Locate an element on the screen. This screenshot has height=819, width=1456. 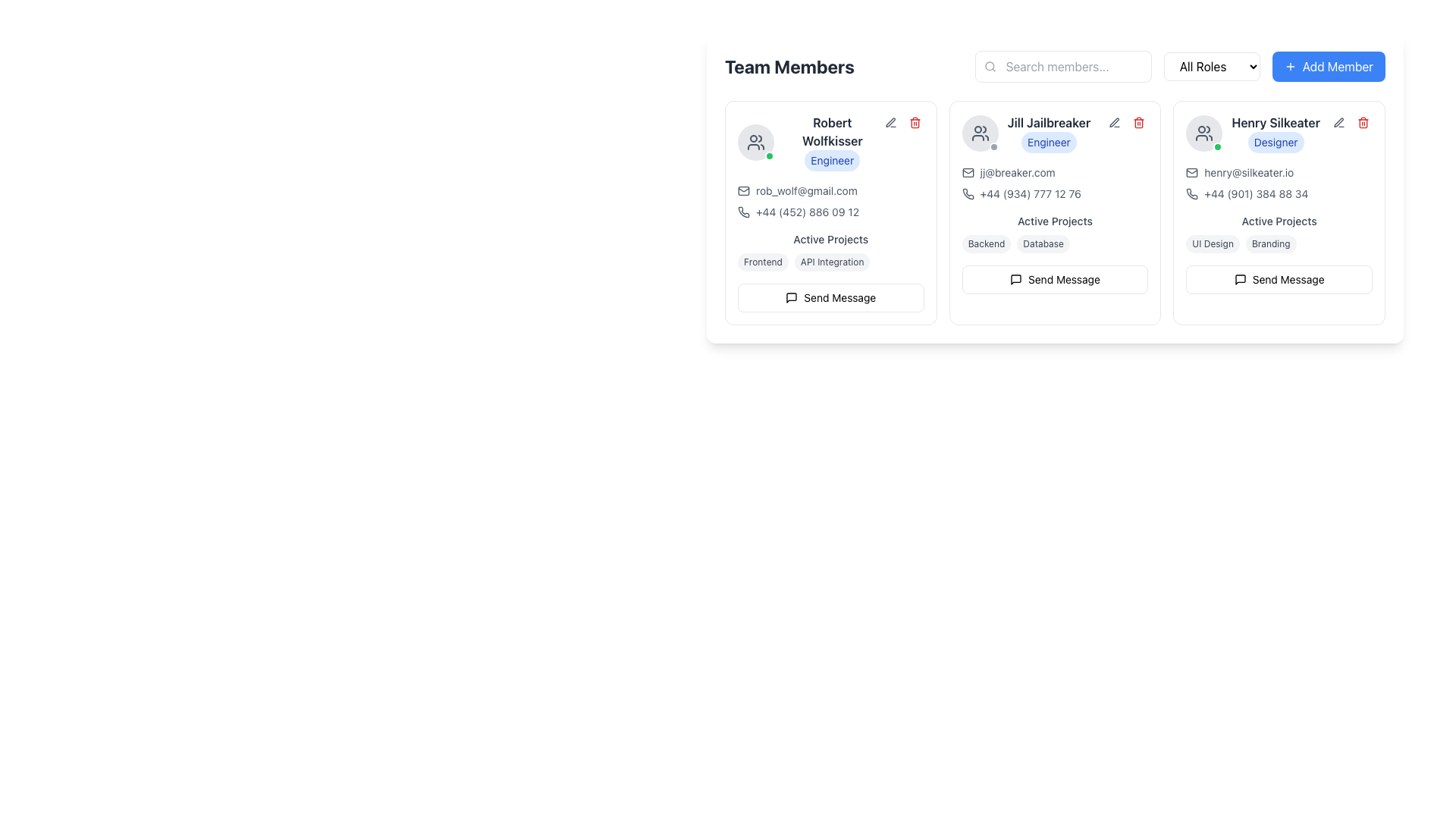
the Text Block with Badge displaying 'Henry Silkeater' and the badge labeled 'Designer' with a blue background, located in the rightmost card of the team members layout is located at coordinates (1275, 133).